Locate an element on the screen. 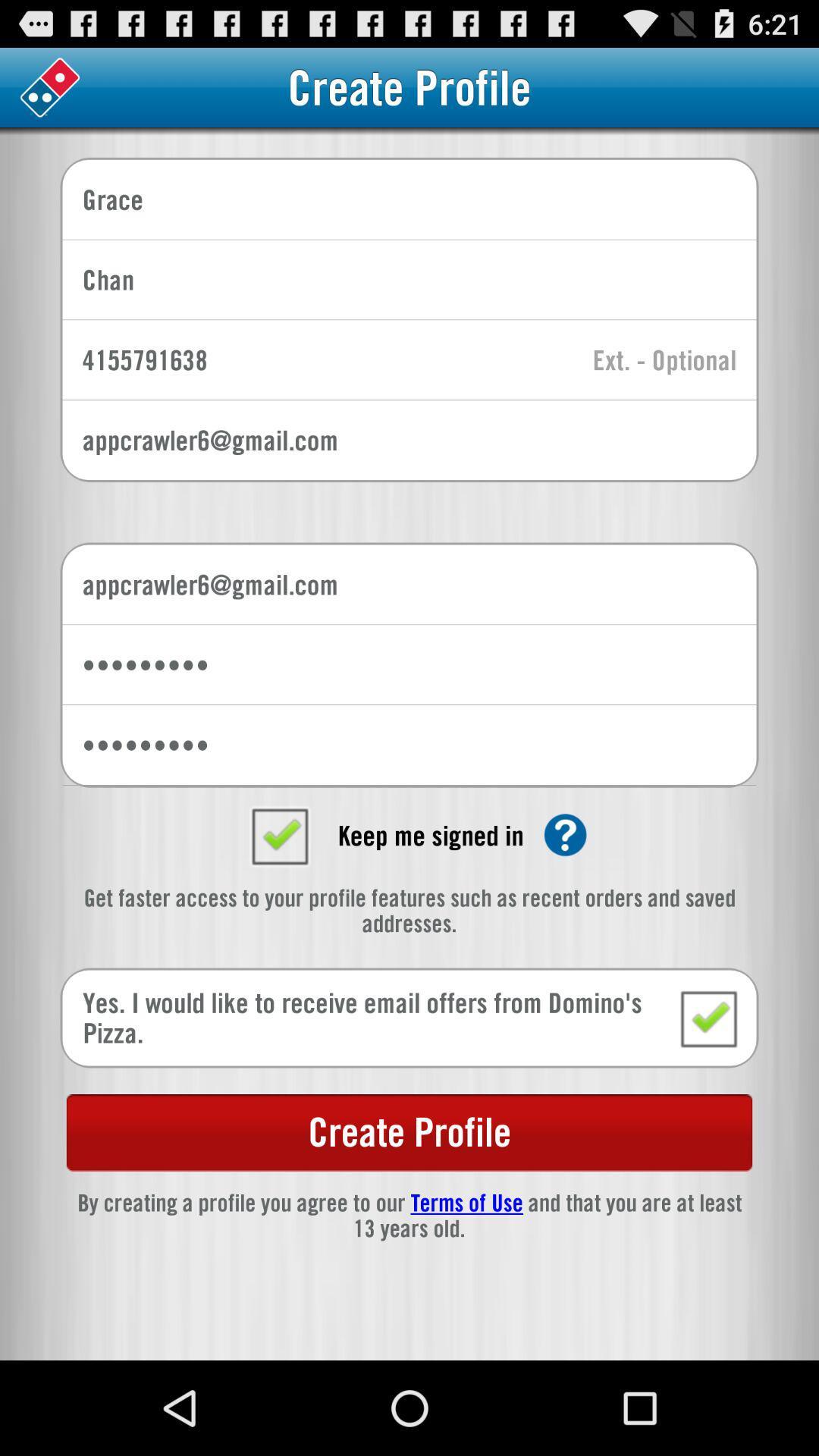 Image resolution: width=819 pixels, height=1456 pixels. help is located at coordinates (565, 834).